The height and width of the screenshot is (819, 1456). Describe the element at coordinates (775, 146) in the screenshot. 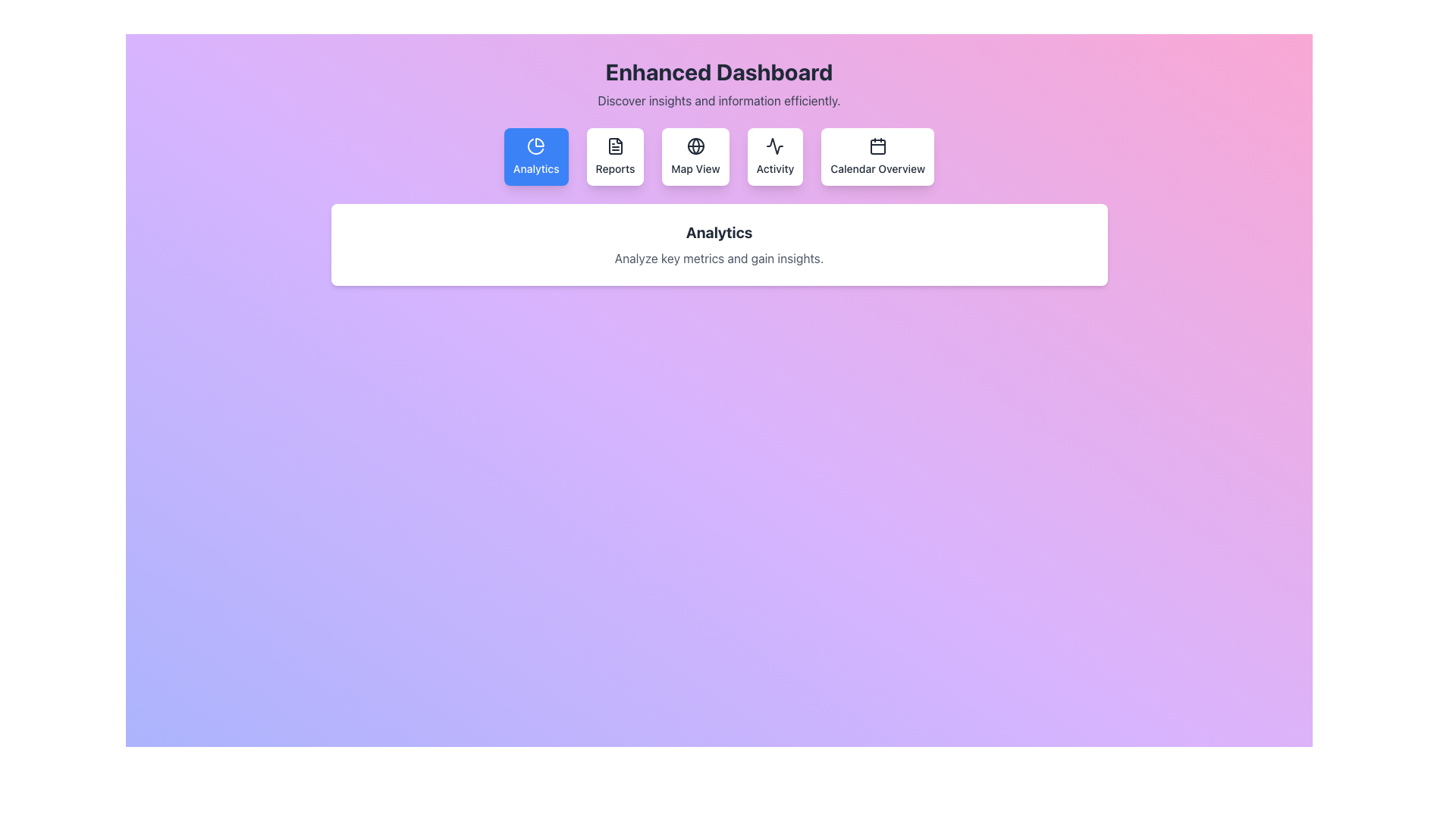

I see `the icon associated with the 'Activity' button located in the top central section of the interface, positioned above the text label 'Activity'` at that location.